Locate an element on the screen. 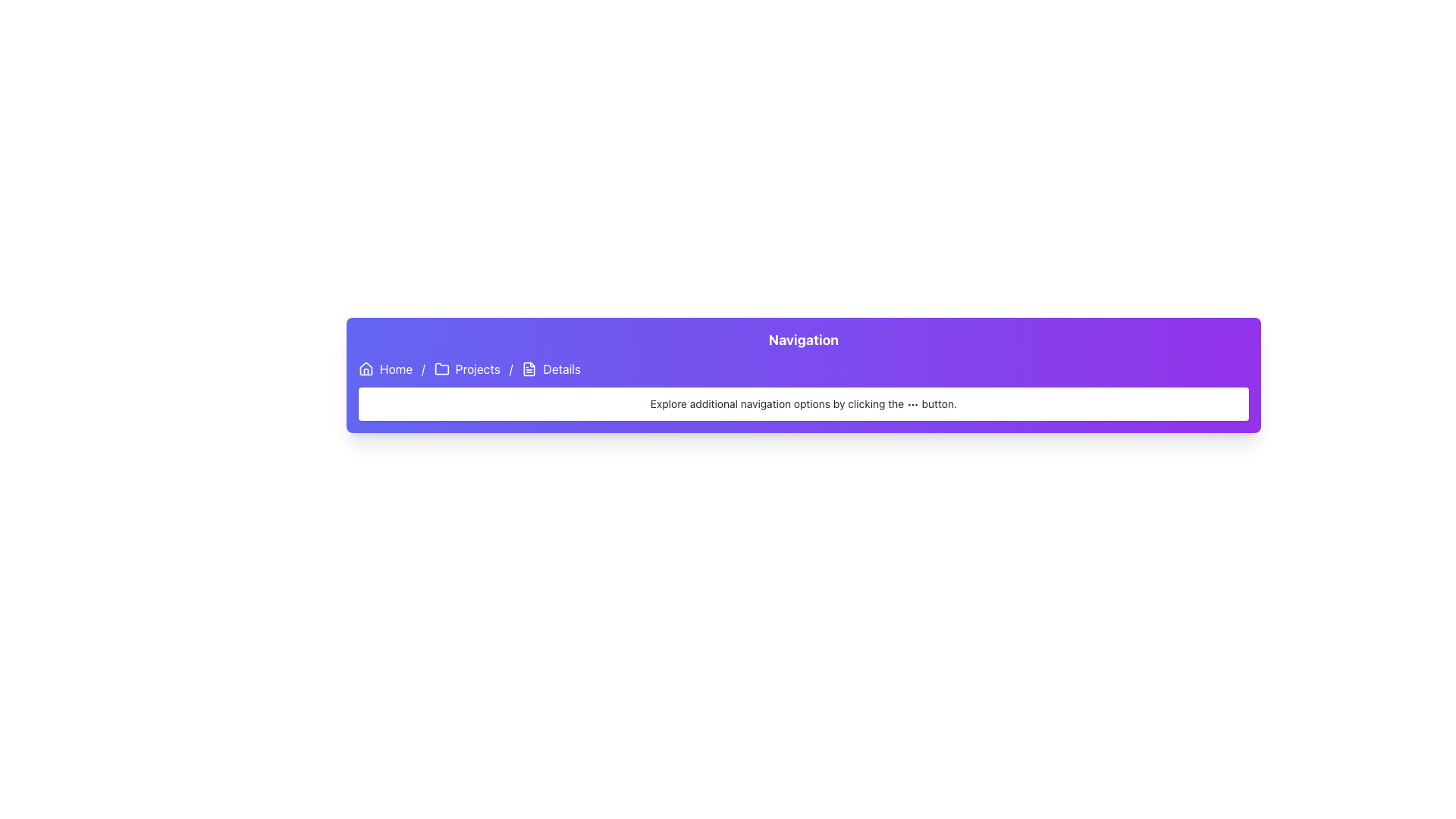  the breadcrumb delimiter text located in the navigation bar between 'Projects' and 'Details', which visually separates the sections in the breadcrumb navigation is located at coordinates (423, 369).